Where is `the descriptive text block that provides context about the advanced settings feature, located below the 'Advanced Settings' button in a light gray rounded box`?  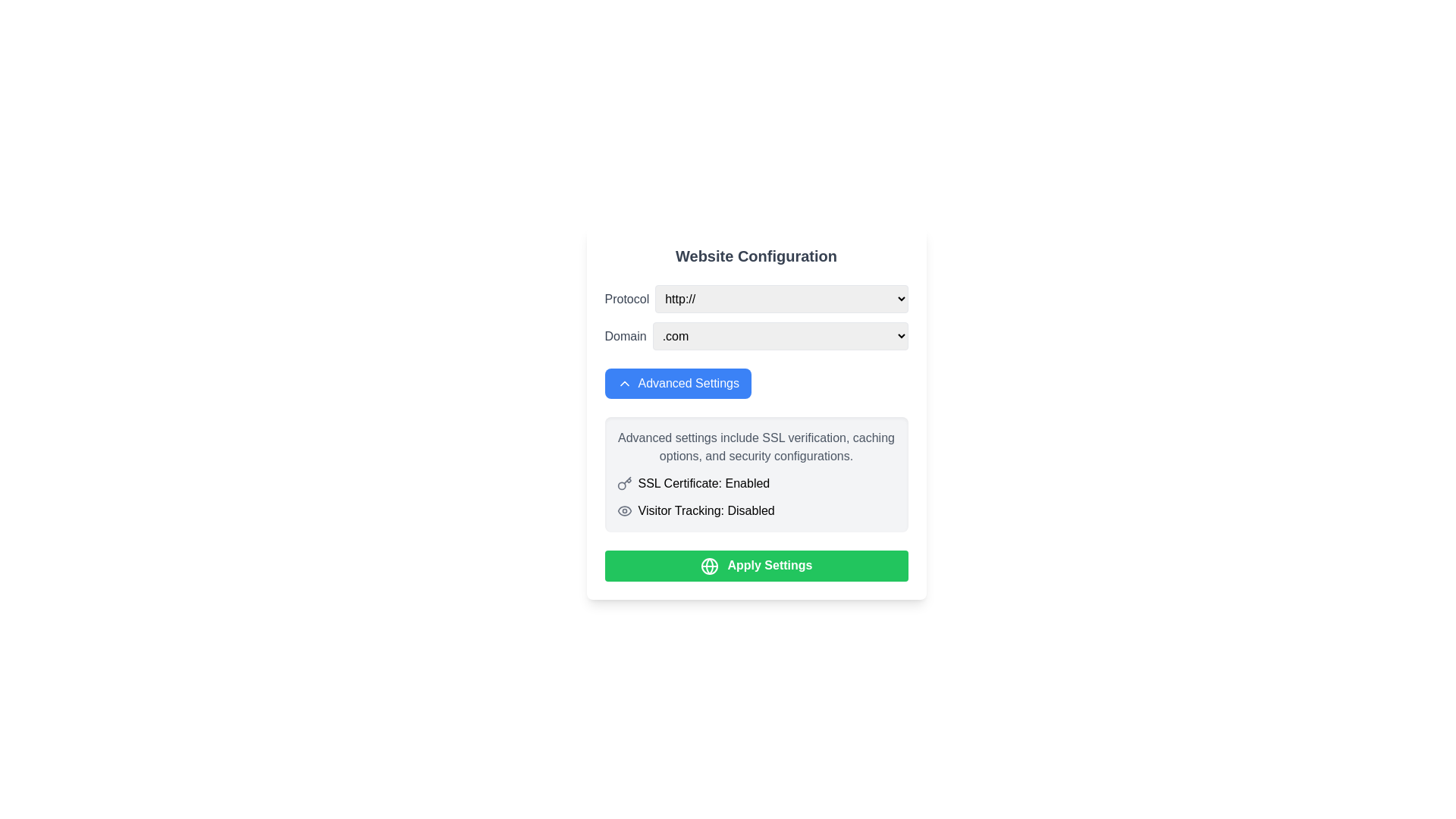 the descriptive text block that provides context about the advanced settings feature, located below the 'Advanced Settings' button in a light gray rounded box is located at coordinates (756, 447).